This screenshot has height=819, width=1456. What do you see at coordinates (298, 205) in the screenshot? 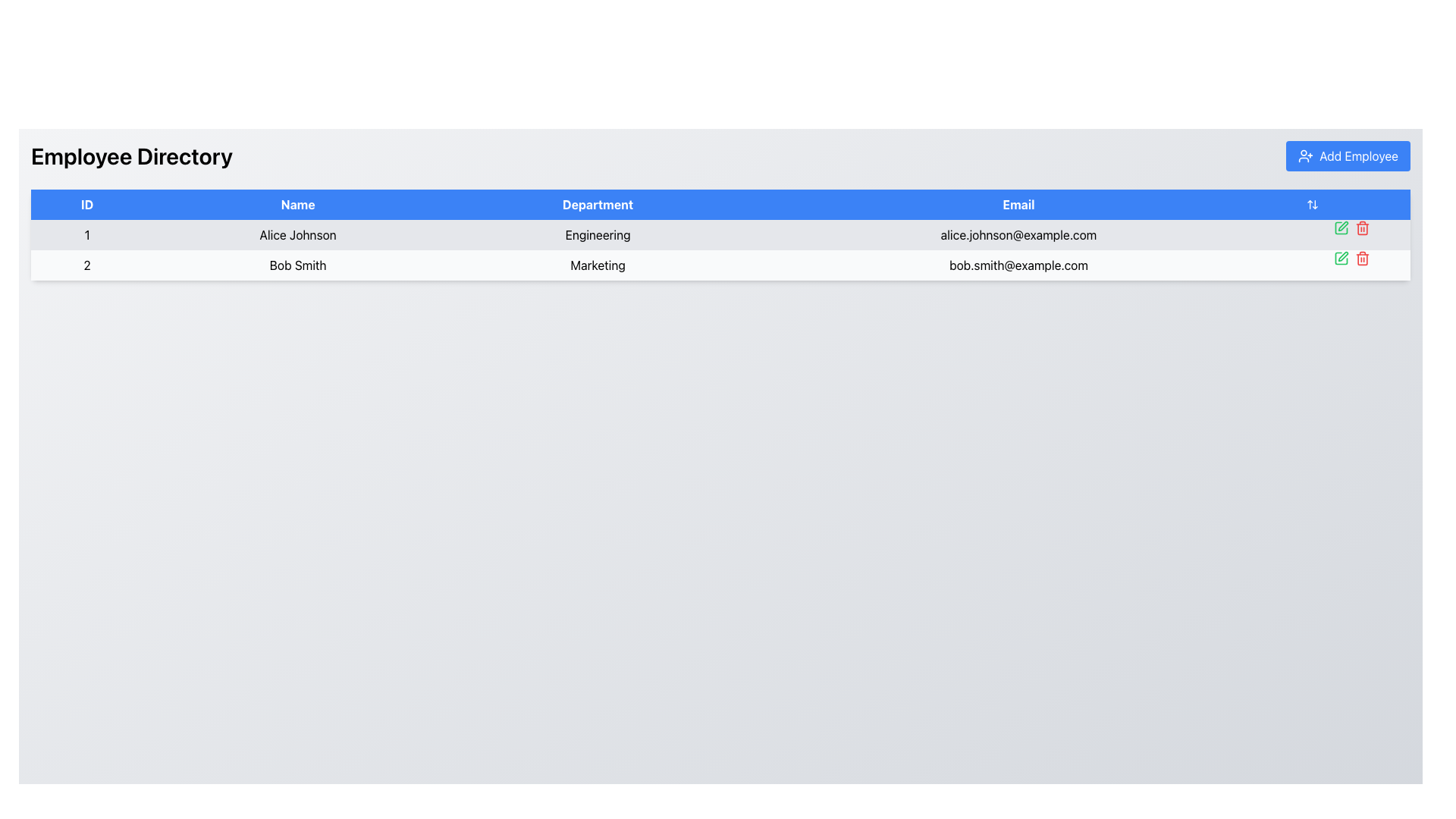
I see `the 'Name' column header label in the table, which indicates that the column contains names of individuals` at bounding box center [298, 205].